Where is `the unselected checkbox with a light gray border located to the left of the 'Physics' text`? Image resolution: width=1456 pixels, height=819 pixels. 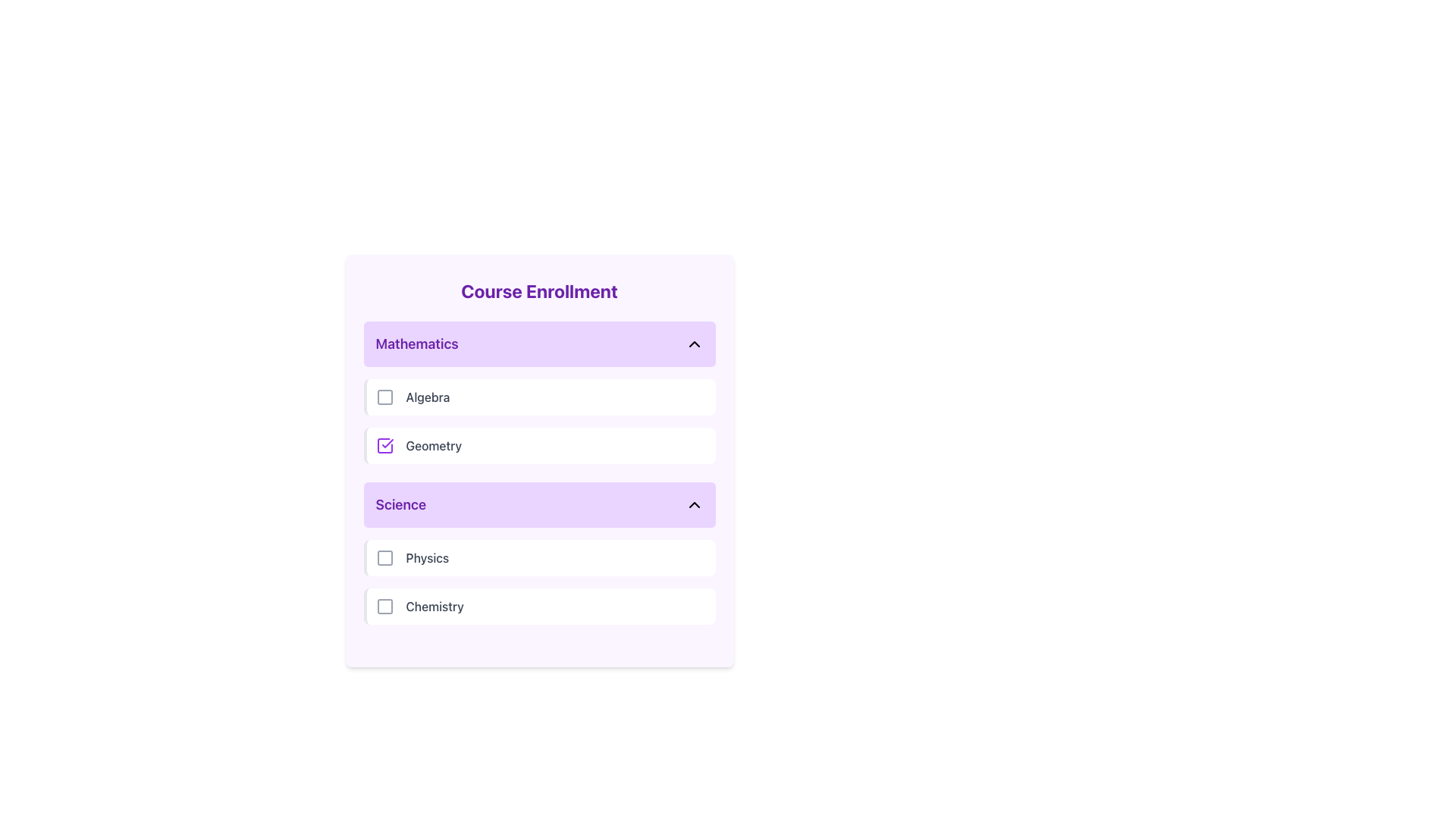 the unselected checkbox with a light gray border located to the left of the 'Physics' text is located at coordinates (384, 558).